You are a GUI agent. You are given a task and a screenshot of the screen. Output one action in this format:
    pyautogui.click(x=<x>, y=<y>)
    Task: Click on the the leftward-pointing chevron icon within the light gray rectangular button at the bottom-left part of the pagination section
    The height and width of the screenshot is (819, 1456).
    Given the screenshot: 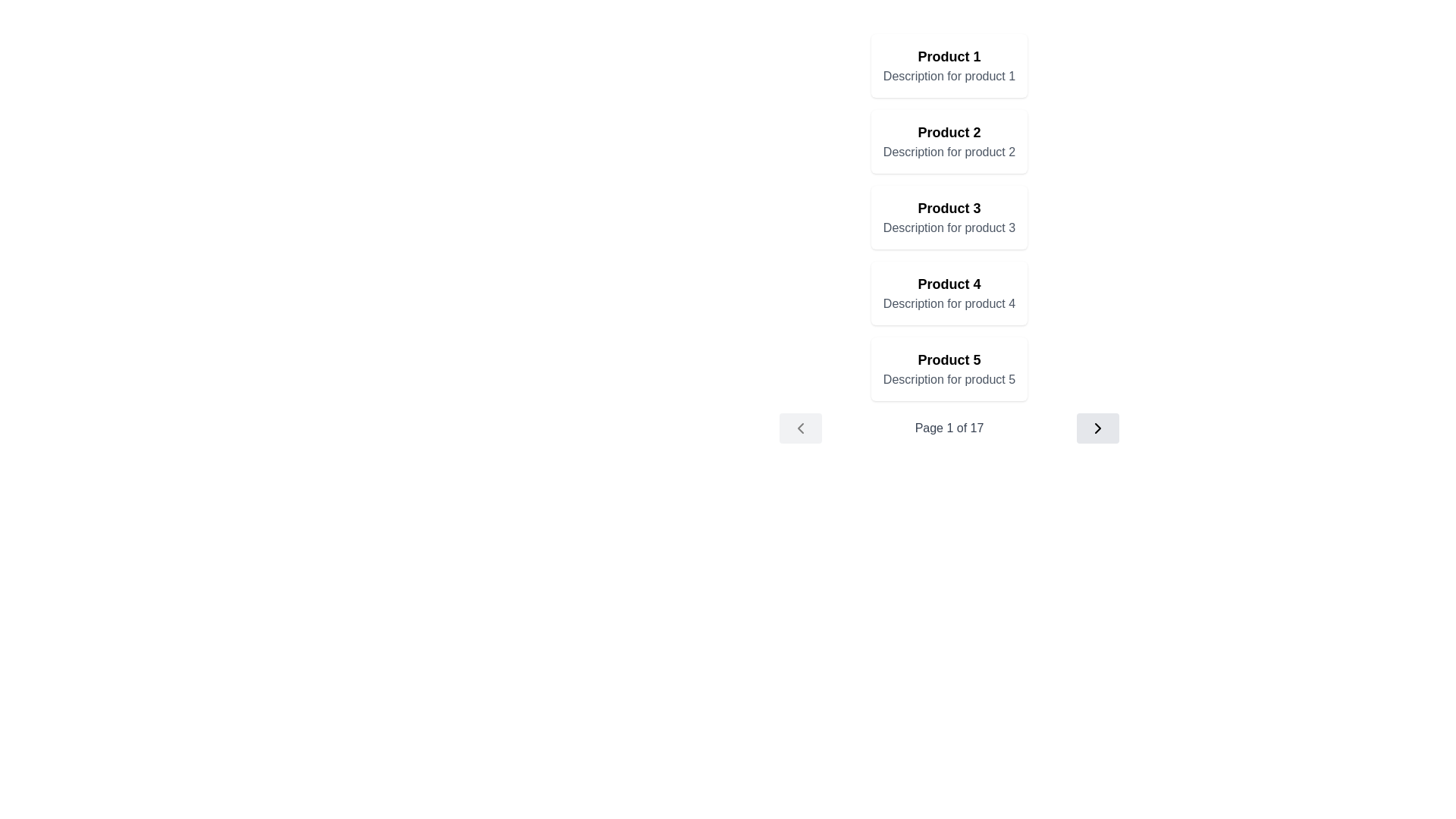 What is the action you would take?
    pyautogui.click(x=800, y=428)
    